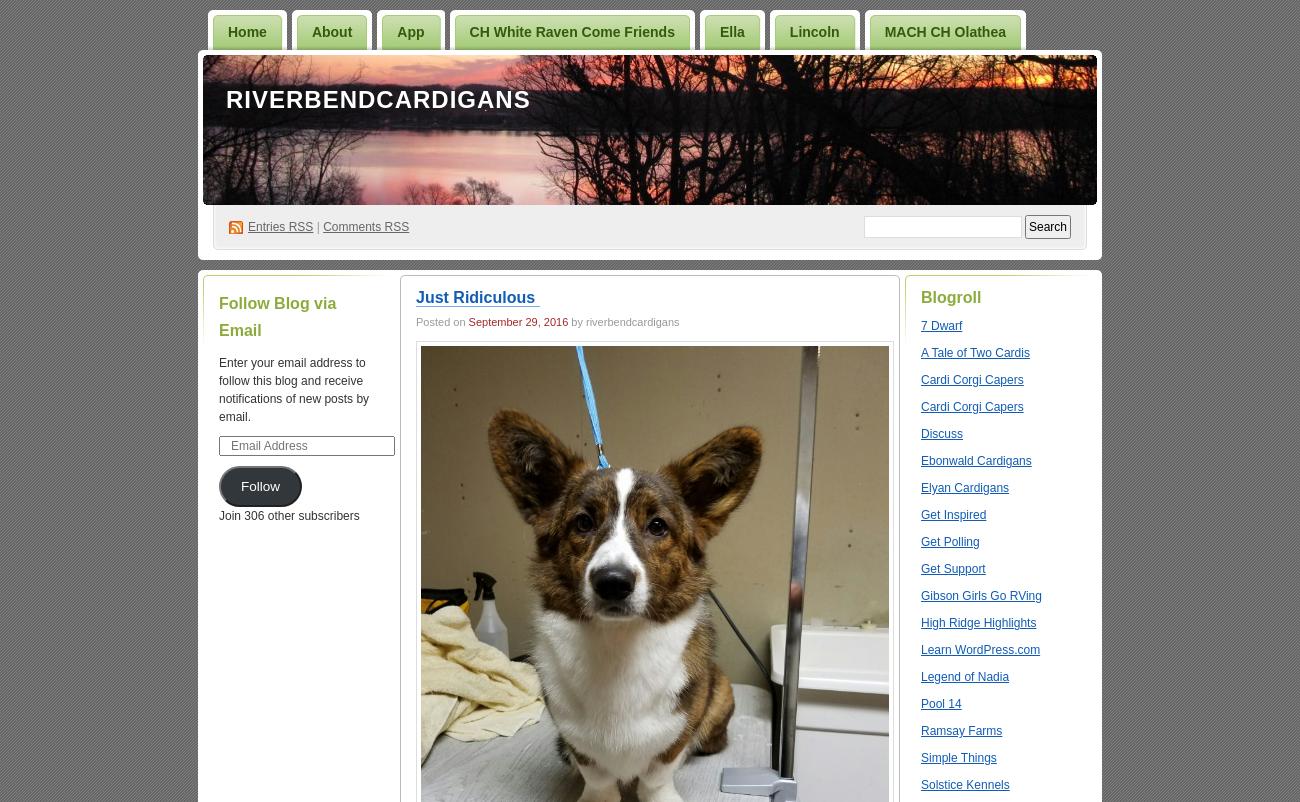  I want to click on 'Follow Blog via Email', so click(277, 316).